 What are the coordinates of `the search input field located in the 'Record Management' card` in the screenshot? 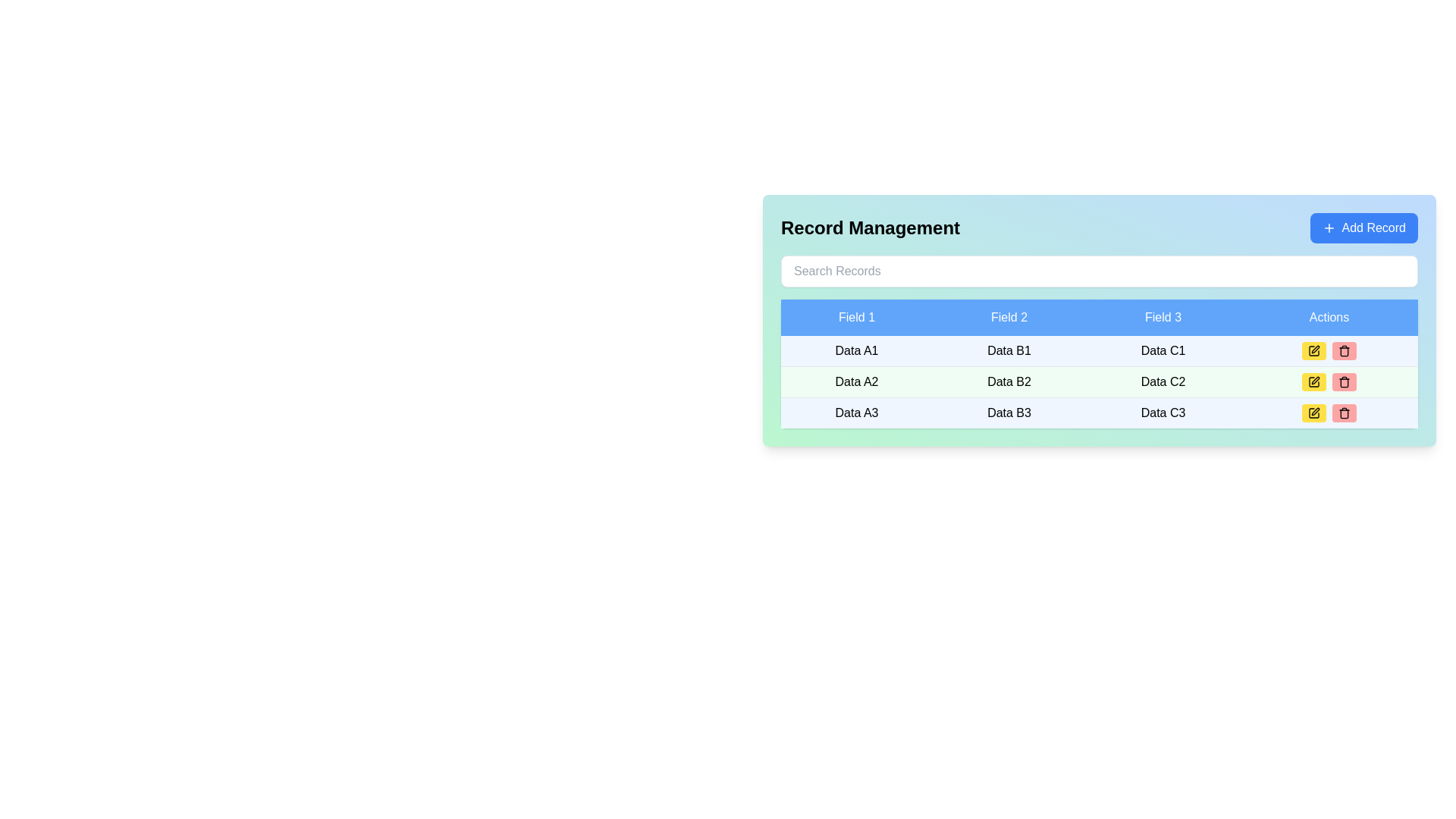 It's located at (1099, 271).